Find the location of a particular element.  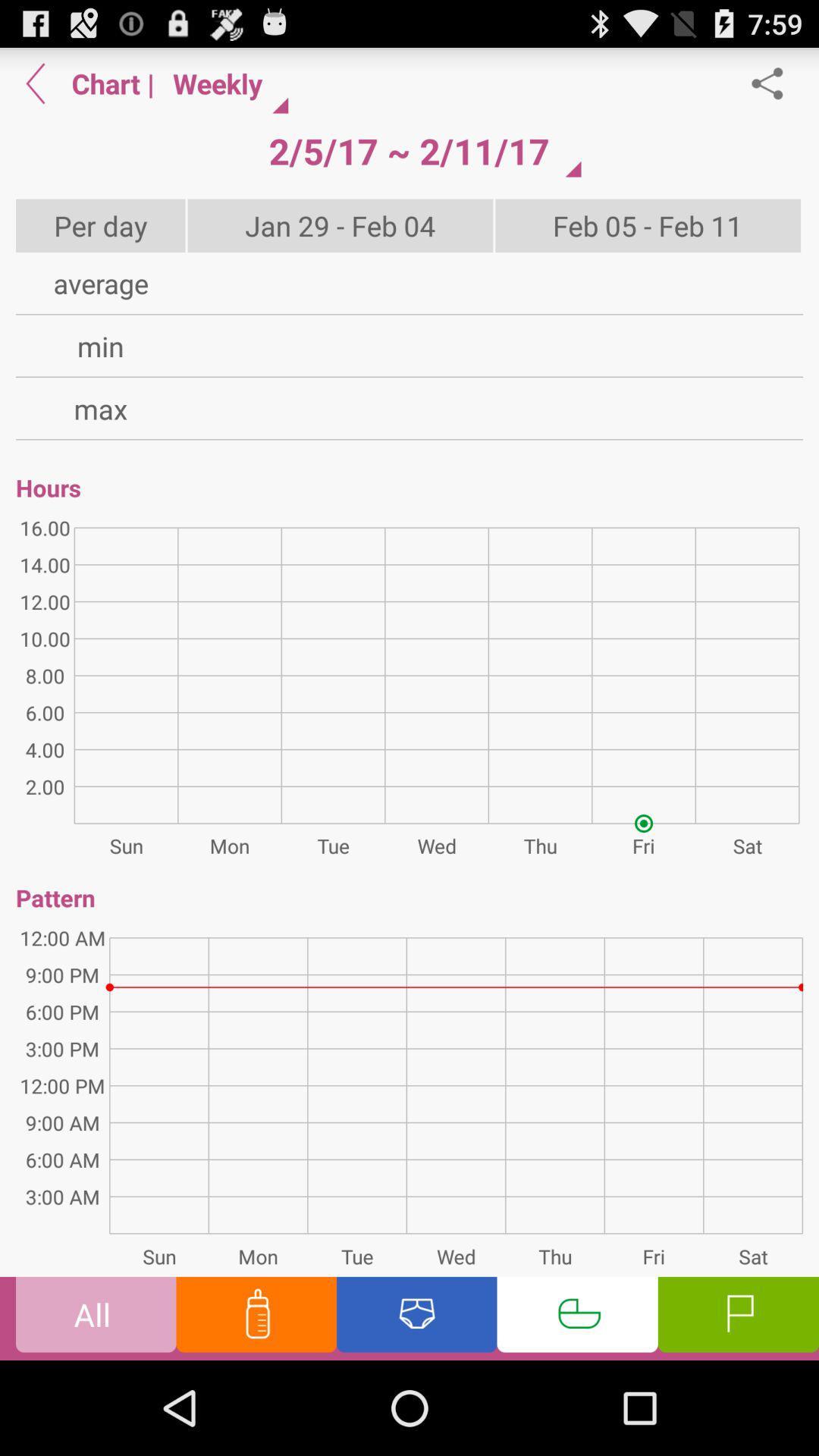

item above 2 5 17 item is located at coordinates (224, 83).